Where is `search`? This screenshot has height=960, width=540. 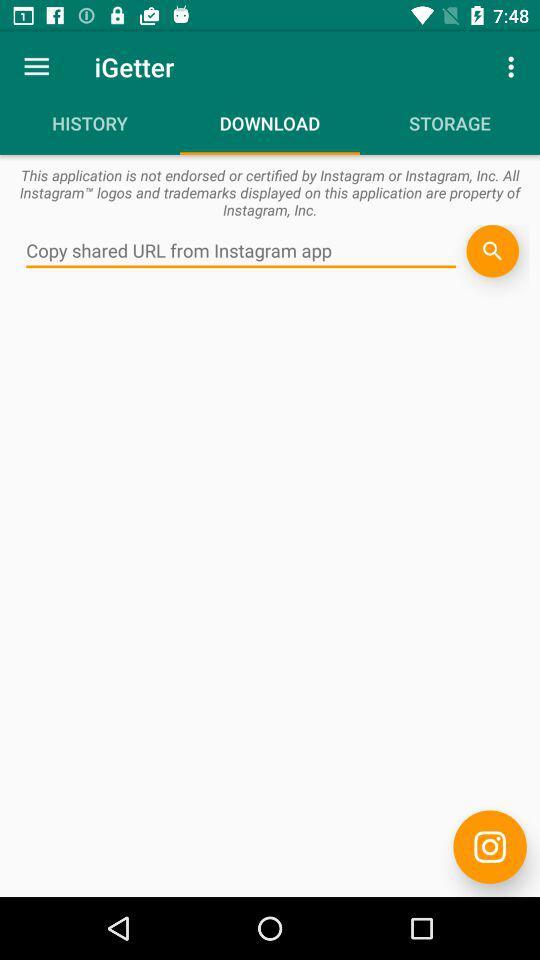 search is located at coordinates (491, 250).